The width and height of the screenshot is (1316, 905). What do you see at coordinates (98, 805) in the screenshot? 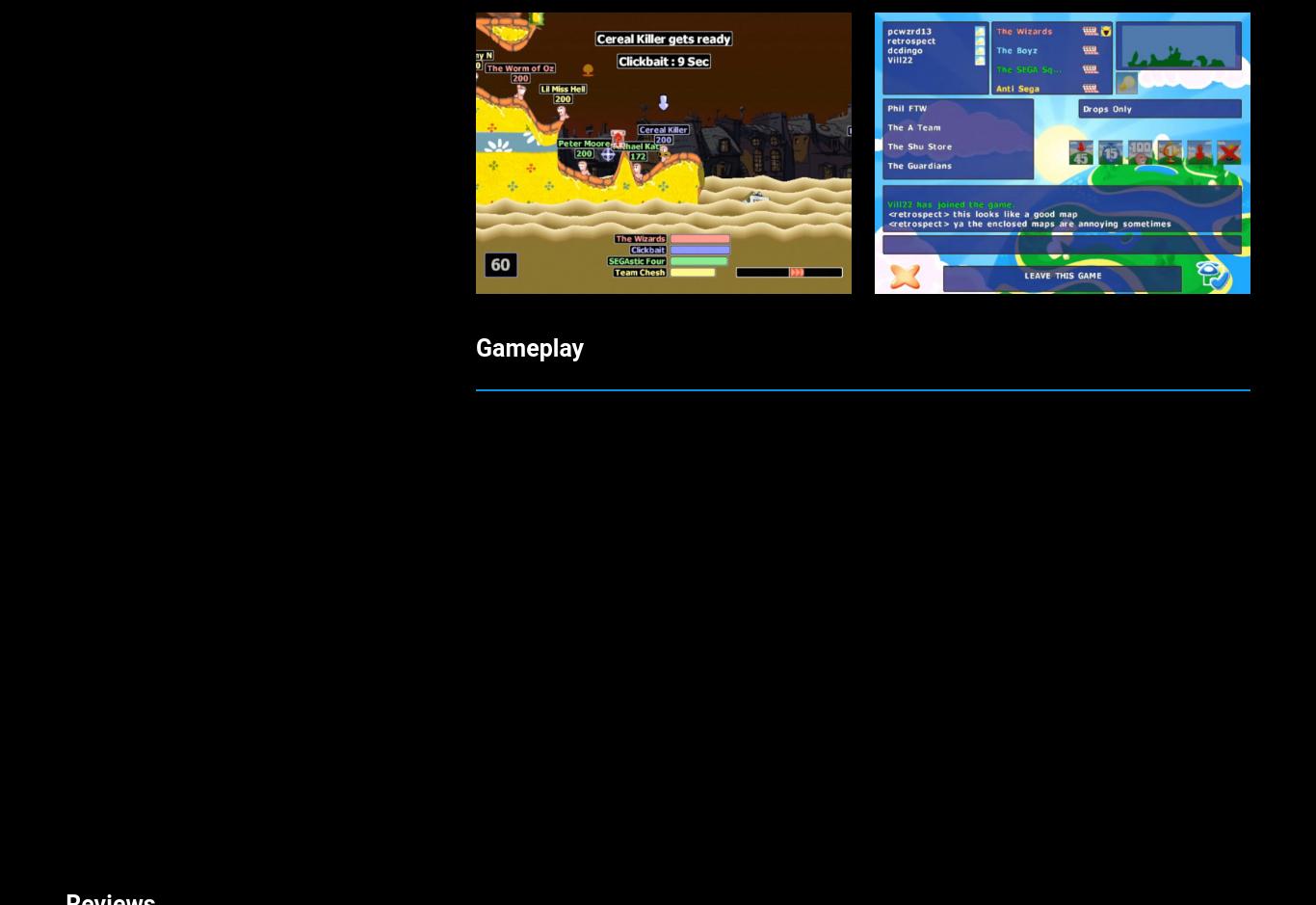
I see `'pcwzrd13'` at bounding box center [98, 805].